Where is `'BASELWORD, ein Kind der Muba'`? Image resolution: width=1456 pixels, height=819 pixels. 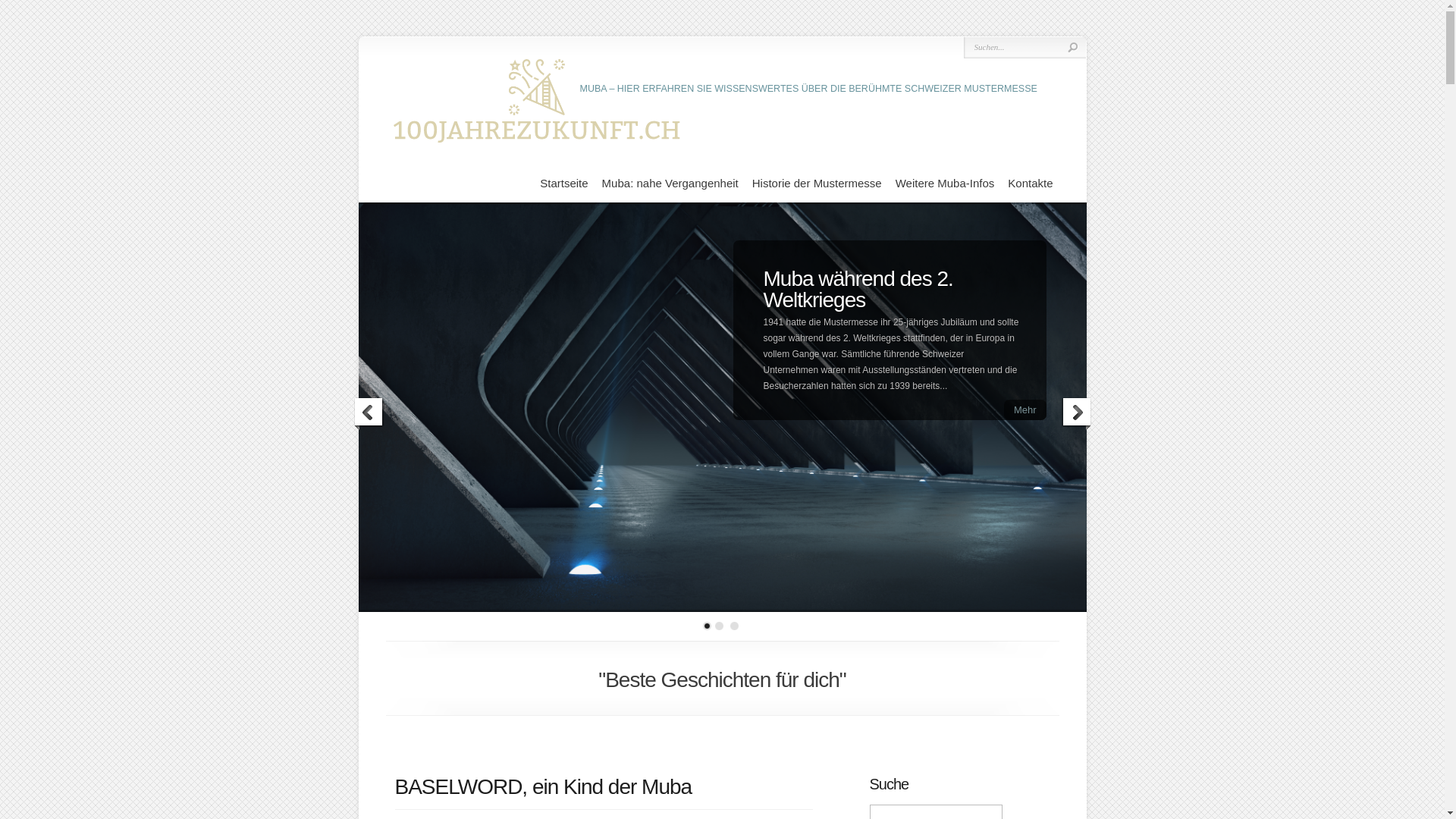
'BASELWORD, ein Kind der Muba' is located at coordinates (394, 786).